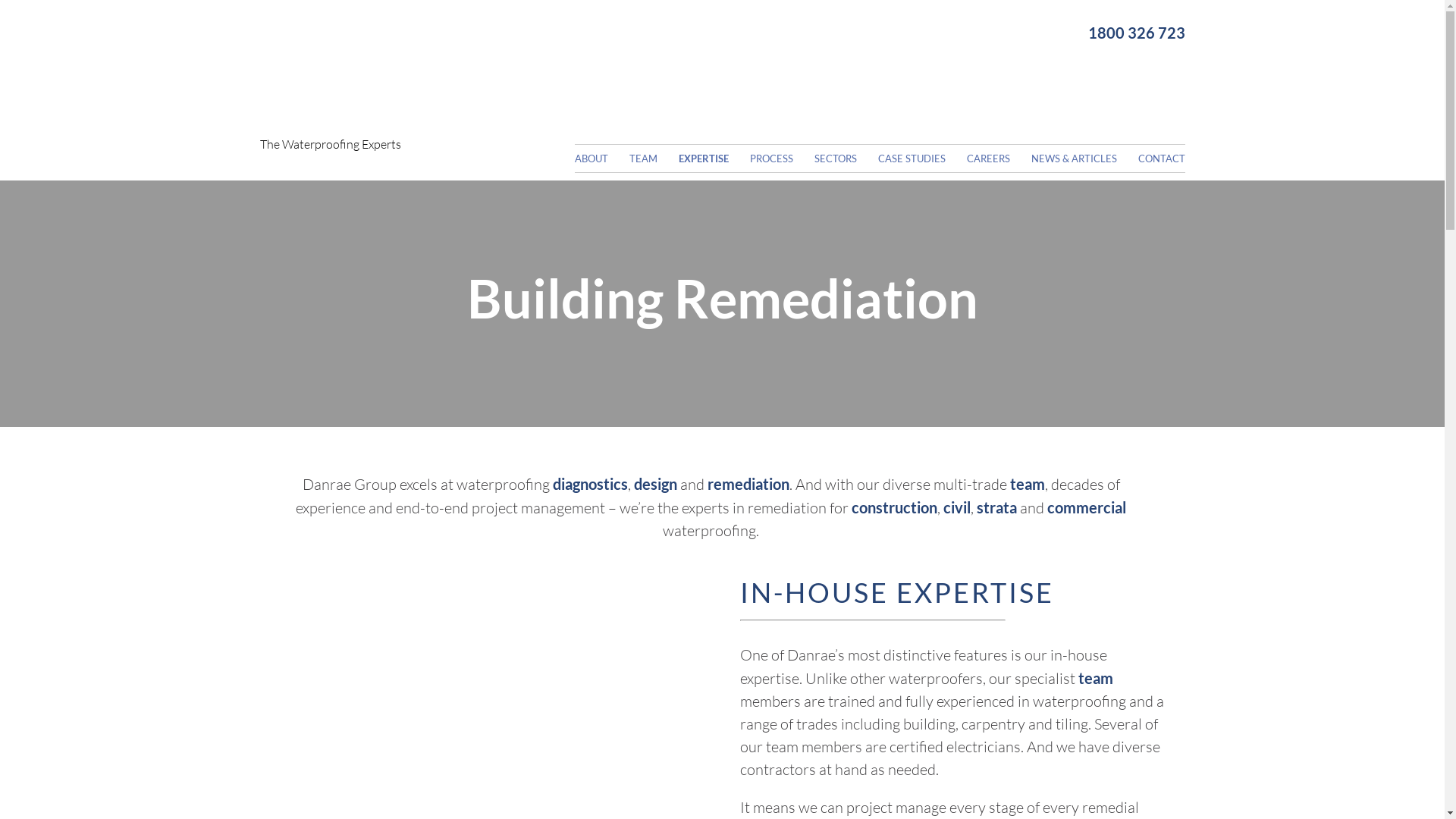  What do you see at coordinates (551, 483) in the screenshot?
I see `'diagnostics'` at bounding box center [551, 483].